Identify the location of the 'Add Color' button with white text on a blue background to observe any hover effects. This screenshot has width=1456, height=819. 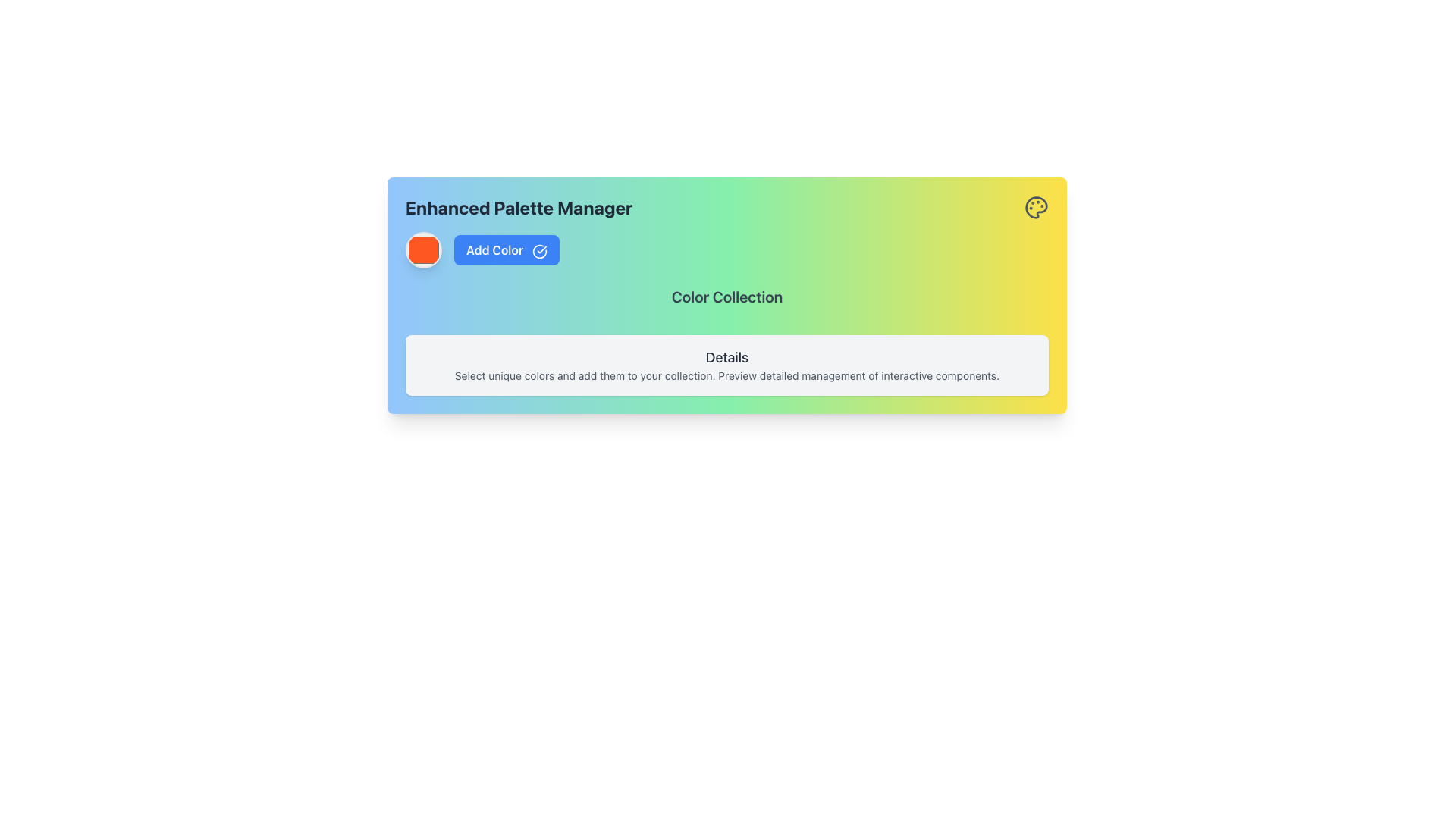
(507, 249).